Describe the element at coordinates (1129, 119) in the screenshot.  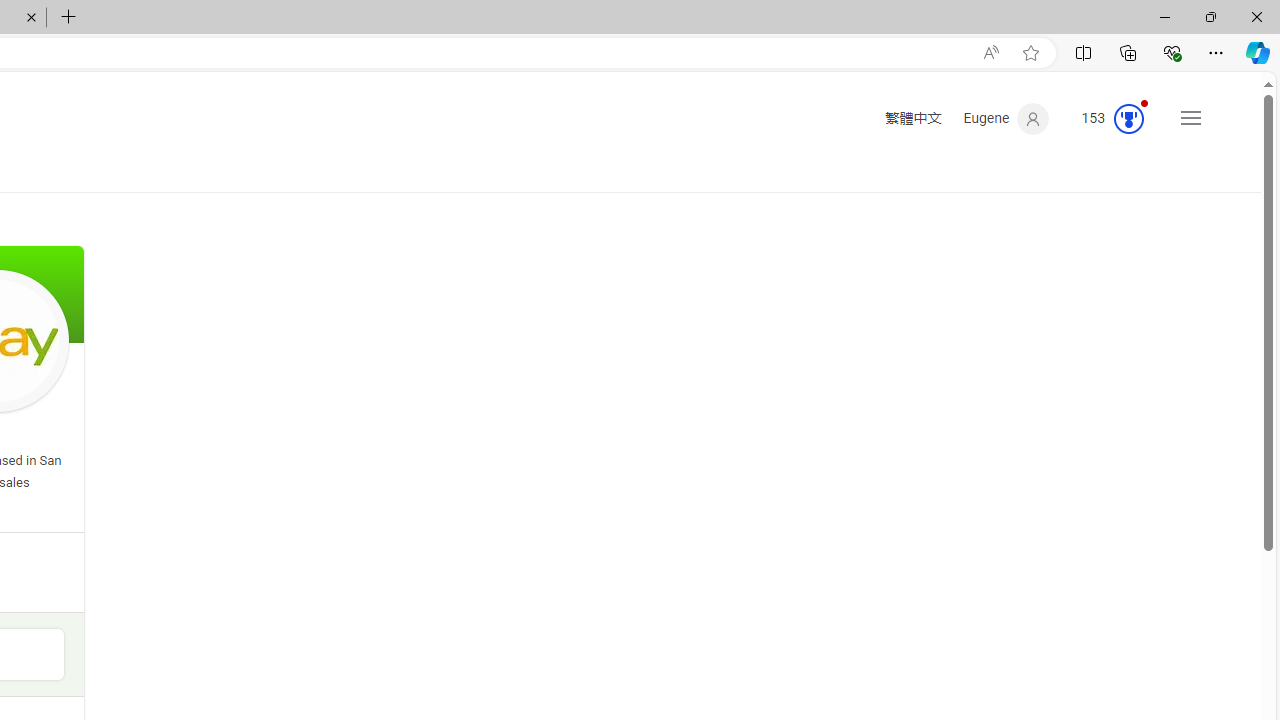
I see `'Class: medal-circled'` at that location.